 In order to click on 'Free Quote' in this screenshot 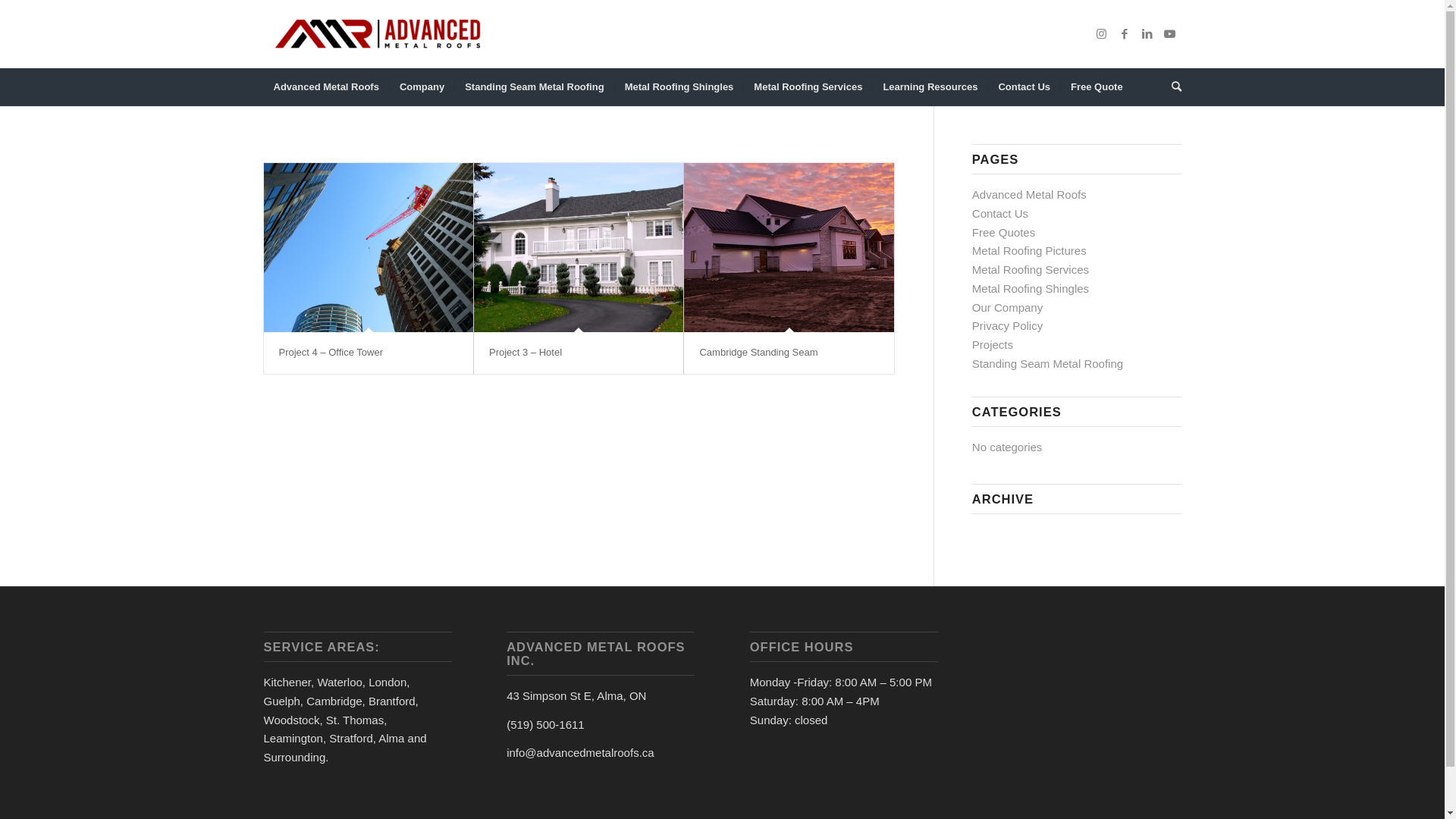, I will do `click(1059, 87)`.